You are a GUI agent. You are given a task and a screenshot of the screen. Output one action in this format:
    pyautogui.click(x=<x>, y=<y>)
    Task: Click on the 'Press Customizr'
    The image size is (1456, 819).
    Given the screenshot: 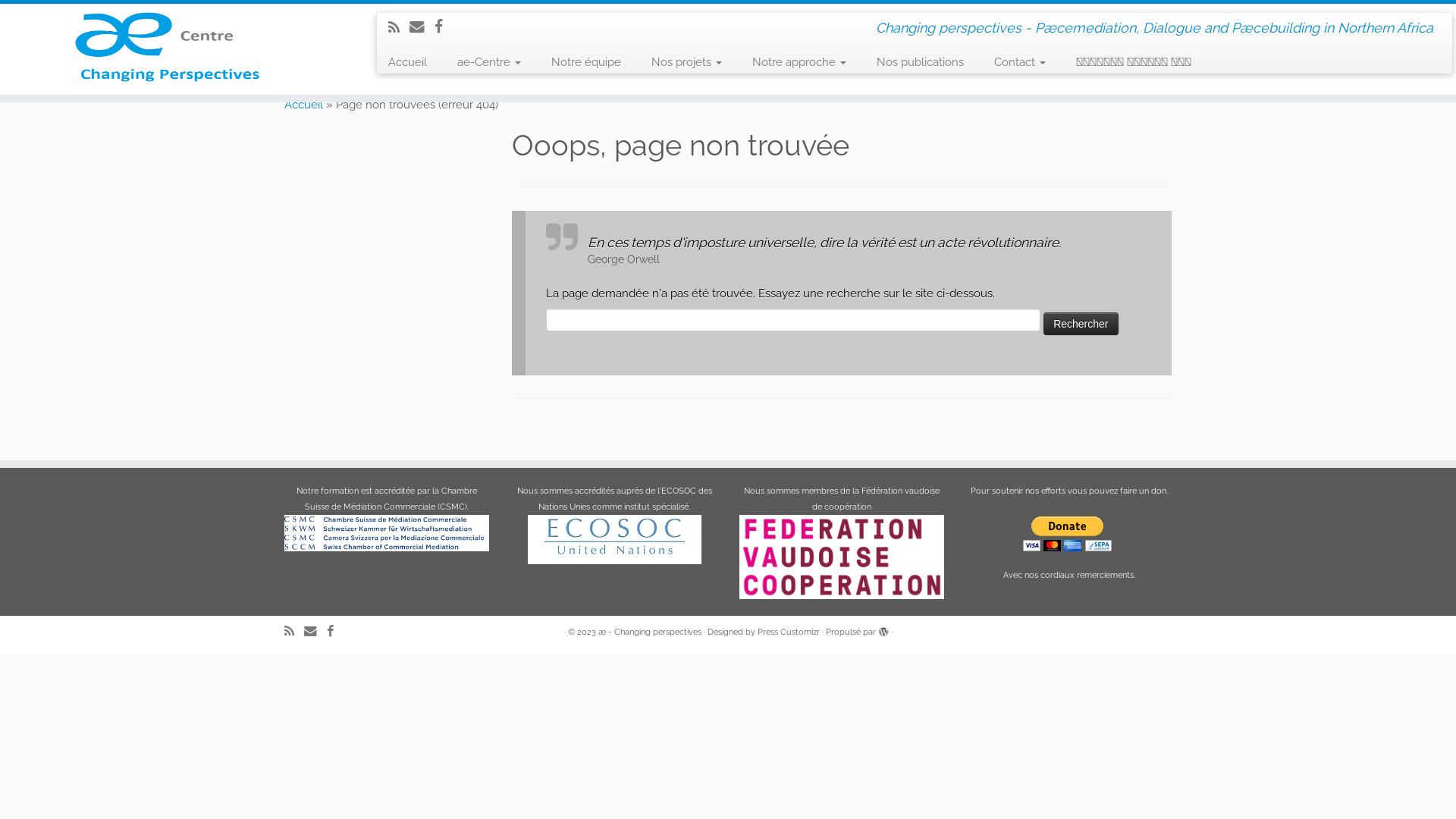 What is the action you would take?
    pyautogui.click(x=787, y=632)
    